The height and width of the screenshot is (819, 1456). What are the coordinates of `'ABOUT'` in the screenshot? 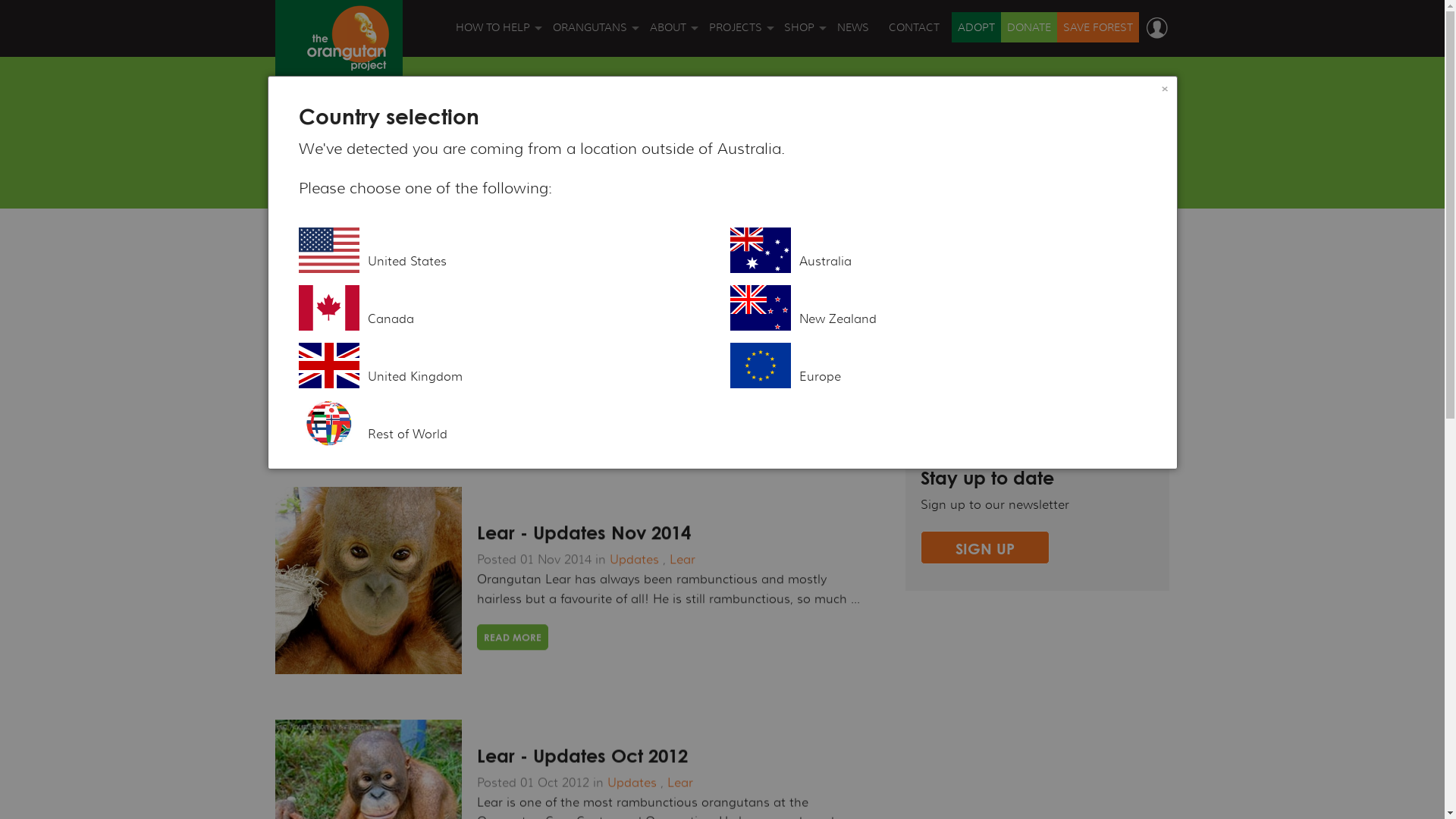 It's located at (672, 27).